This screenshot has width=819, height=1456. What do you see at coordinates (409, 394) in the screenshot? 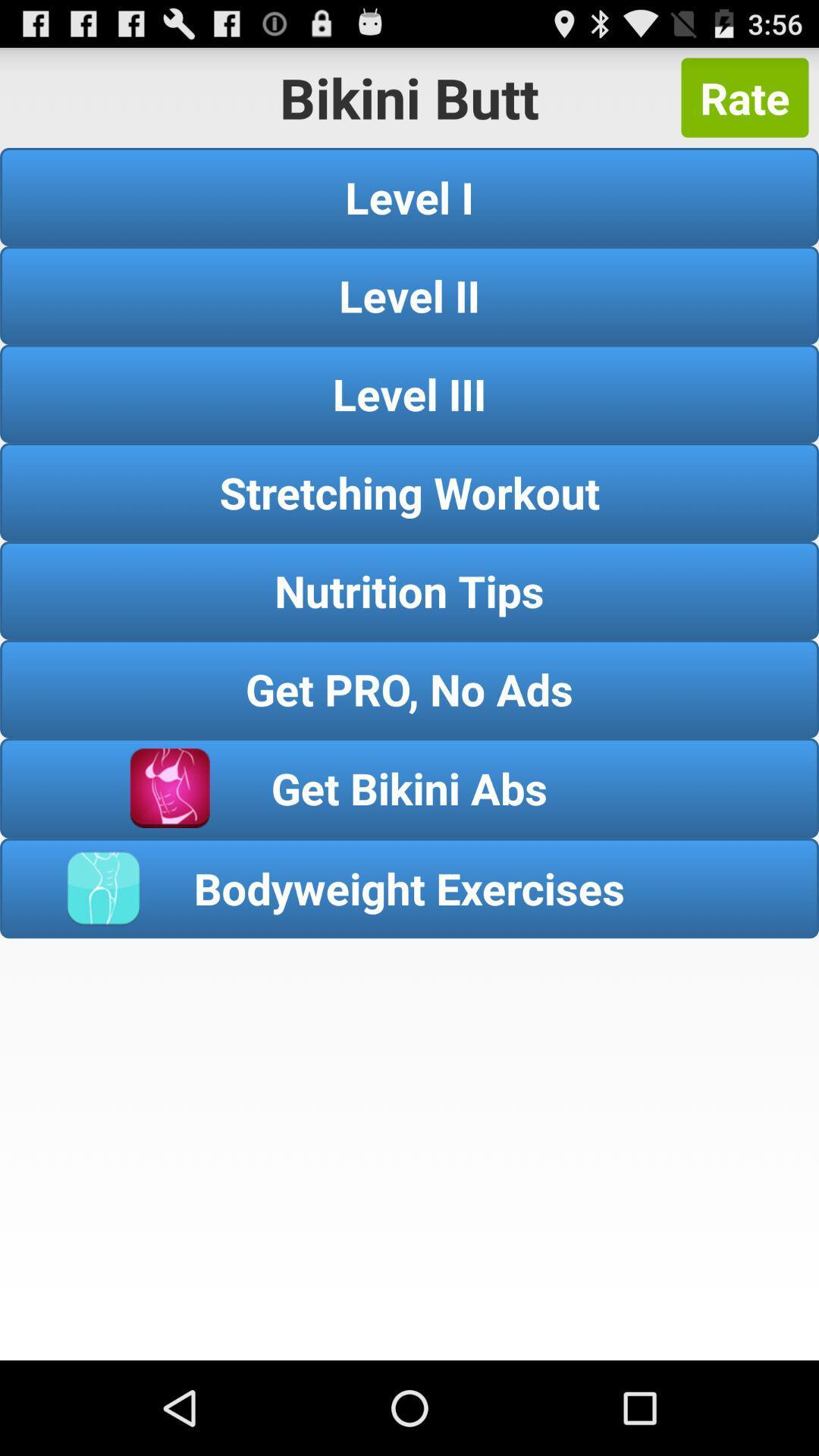
I see `the level iii` at bounding box center [409, 394].